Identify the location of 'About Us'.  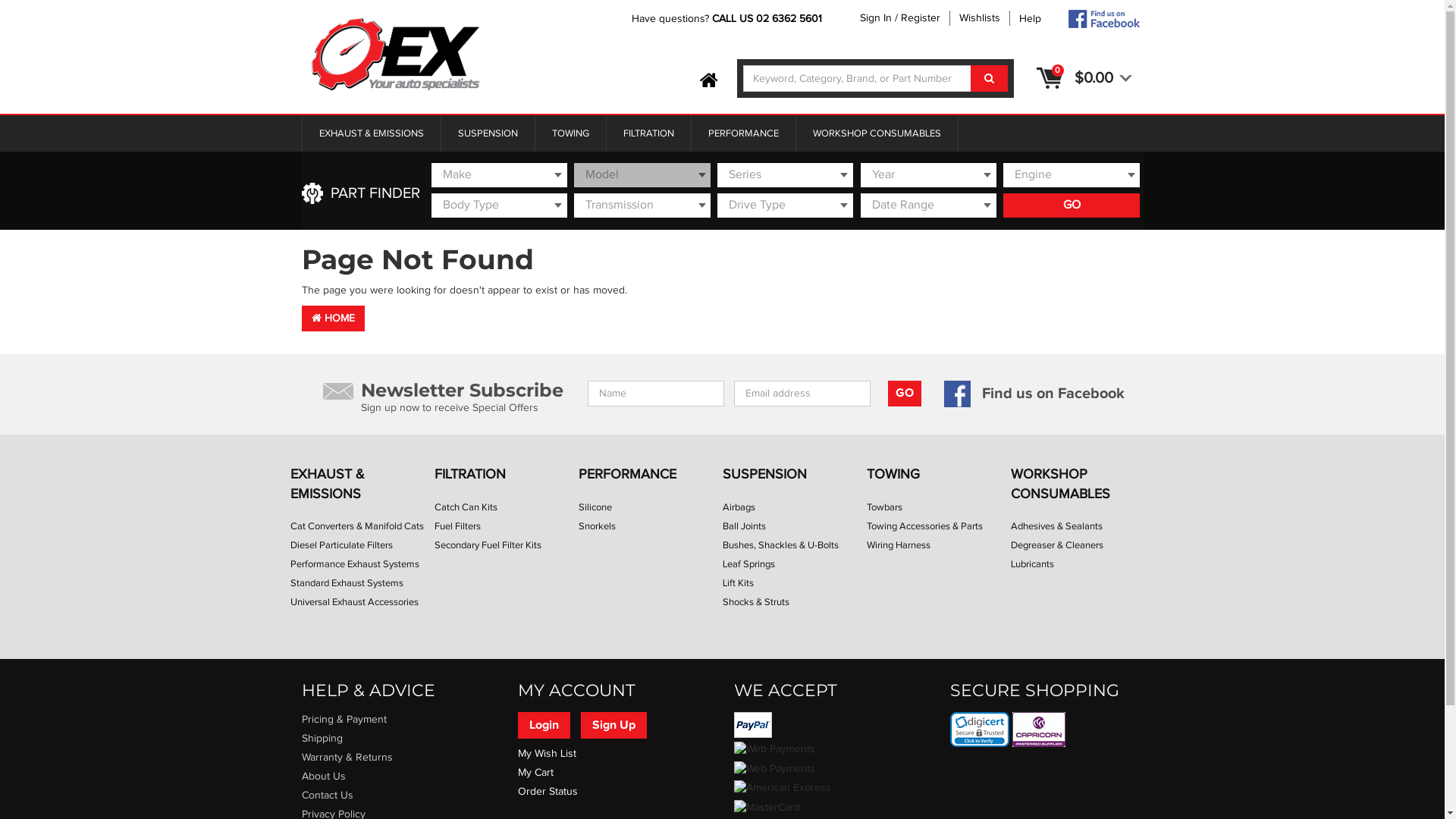
(302, 776).